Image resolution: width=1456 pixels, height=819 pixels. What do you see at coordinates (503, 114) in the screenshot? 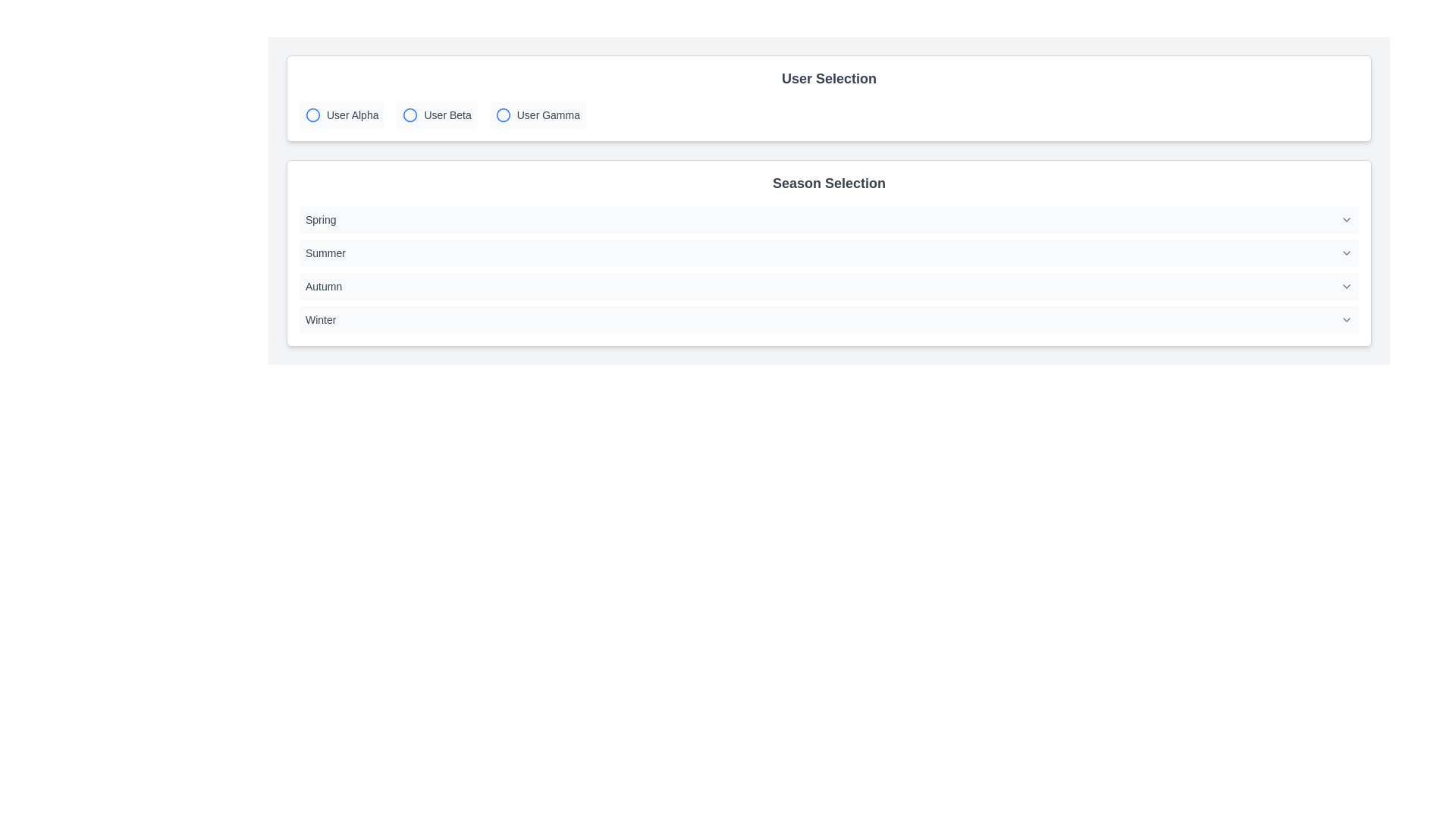
I see `the radio button indicator for 'User Gamma,' which is a circular shape with a blue border and a transparent center, located in the 'User Selection' section` at bounding box center [503, 114].